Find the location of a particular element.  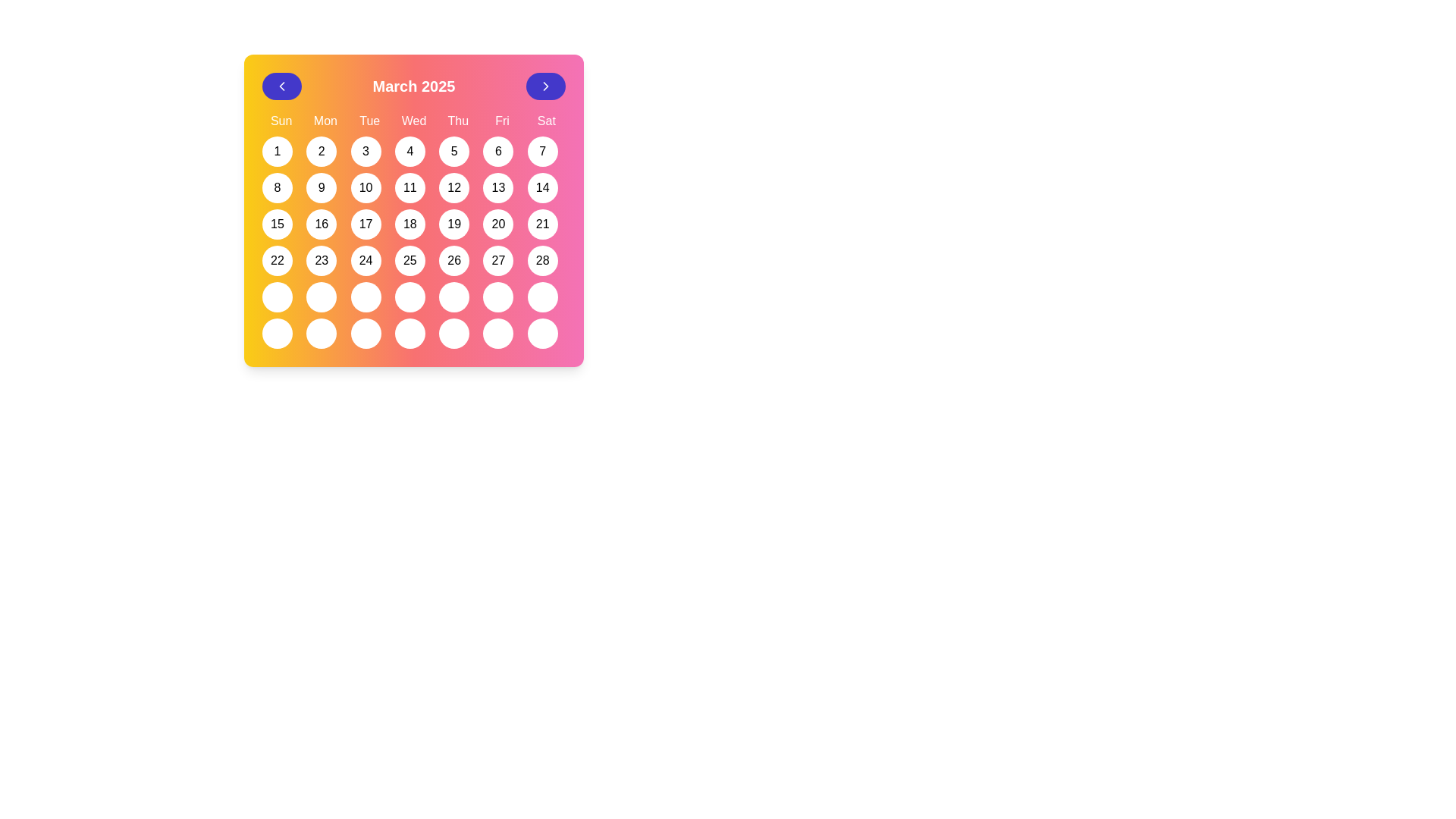

the circular button displaying the number '11' located in the fourth column and third row of the calendar grid is located at coordinates (409, 187).